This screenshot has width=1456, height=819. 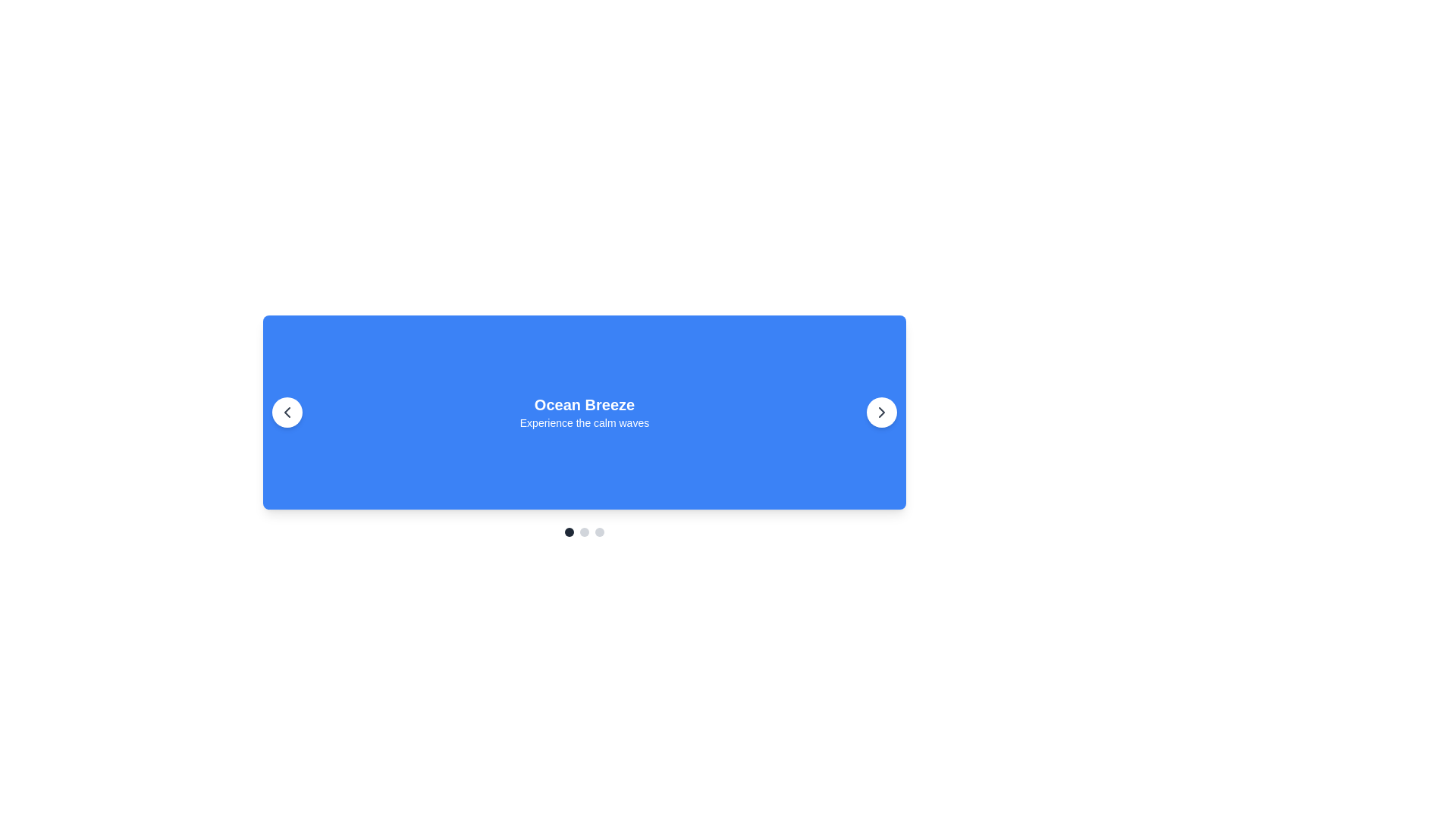 I want to click on the Chevron icon located at the right edge of the blue rectangular section, so click(x=881, y=412).